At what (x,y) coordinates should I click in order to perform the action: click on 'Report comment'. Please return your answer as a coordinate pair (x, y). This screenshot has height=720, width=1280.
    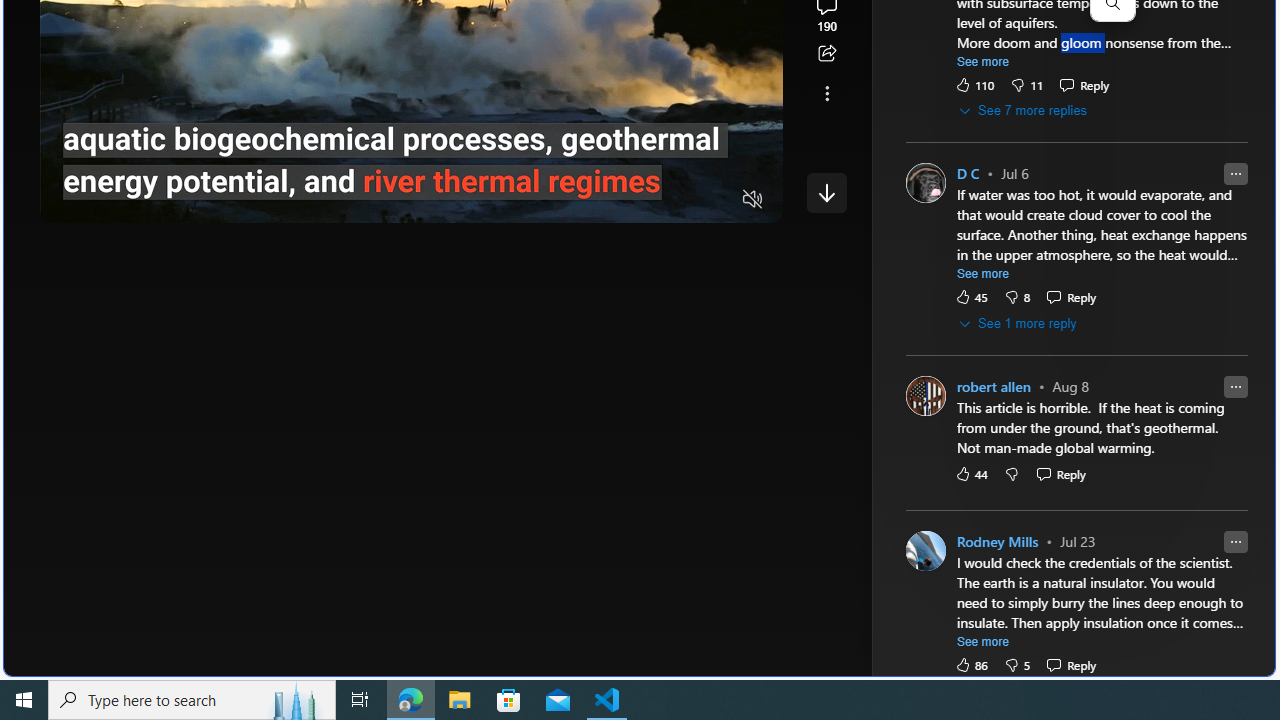
    Looking at the image, I should click on (1234, 541).